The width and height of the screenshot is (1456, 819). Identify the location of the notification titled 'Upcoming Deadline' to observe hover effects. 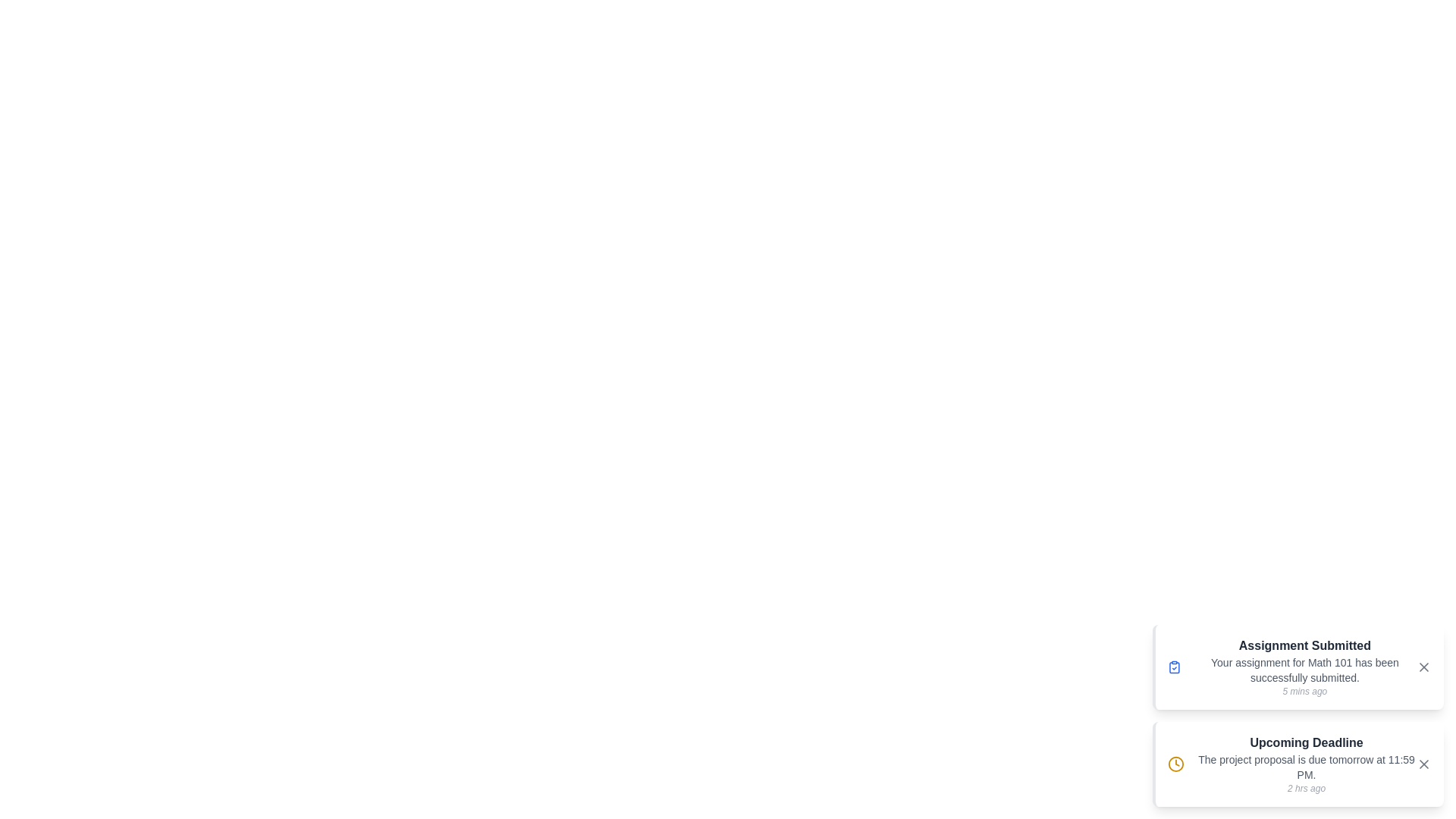
(1298, 764).